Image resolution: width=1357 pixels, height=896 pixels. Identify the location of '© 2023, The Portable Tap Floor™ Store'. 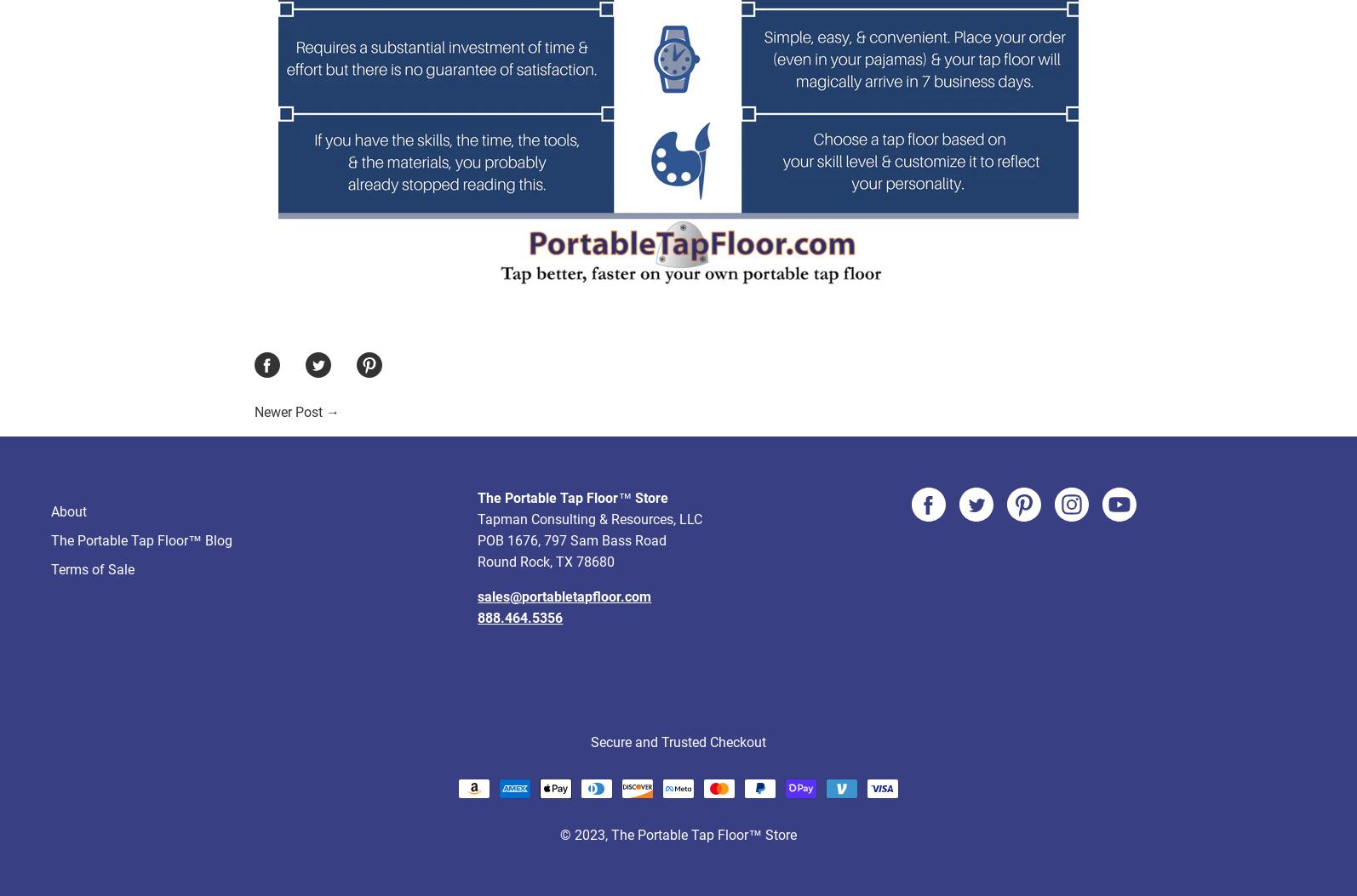
(678, 771).